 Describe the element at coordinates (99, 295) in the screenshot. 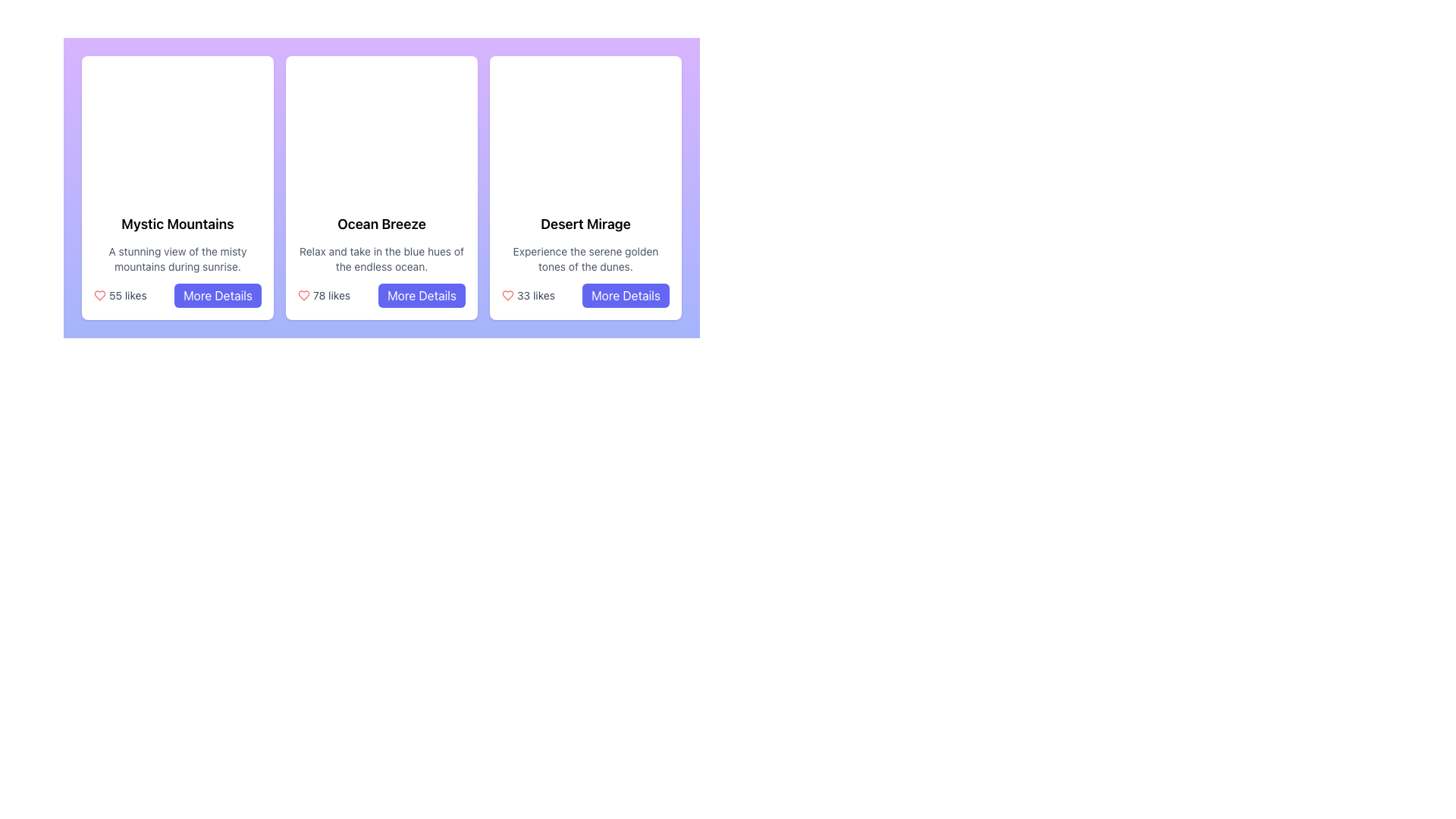

I see `the heart-shaped icon with a red color fill located next to the '55 likes' text in the first card under the 'Mystic Mountains' title` at that location.